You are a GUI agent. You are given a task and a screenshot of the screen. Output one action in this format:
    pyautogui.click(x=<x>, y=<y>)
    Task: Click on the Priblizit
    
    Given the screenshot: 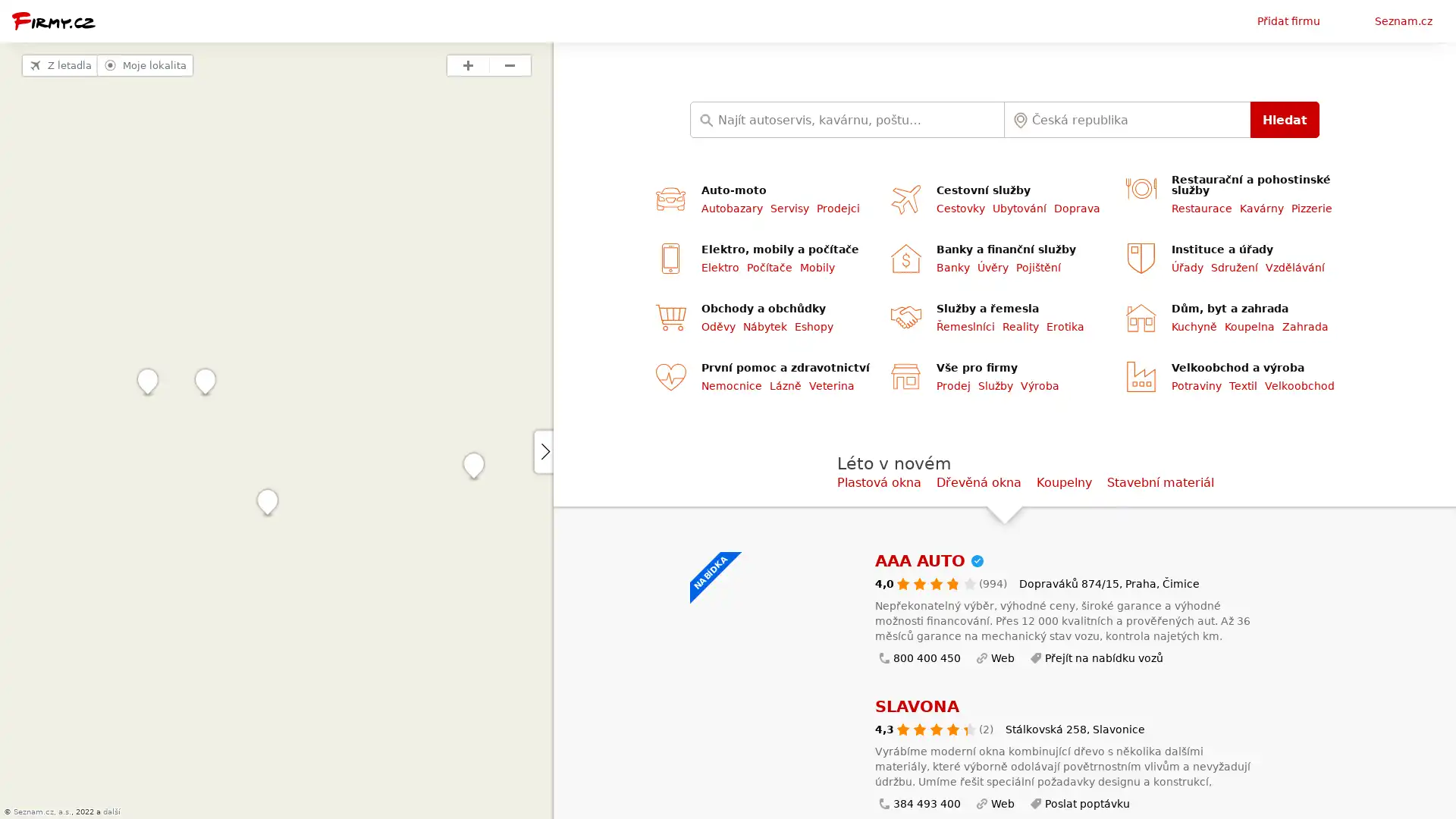 What is the action you would take?
    pyautogui.click(x=509, y=102)
    